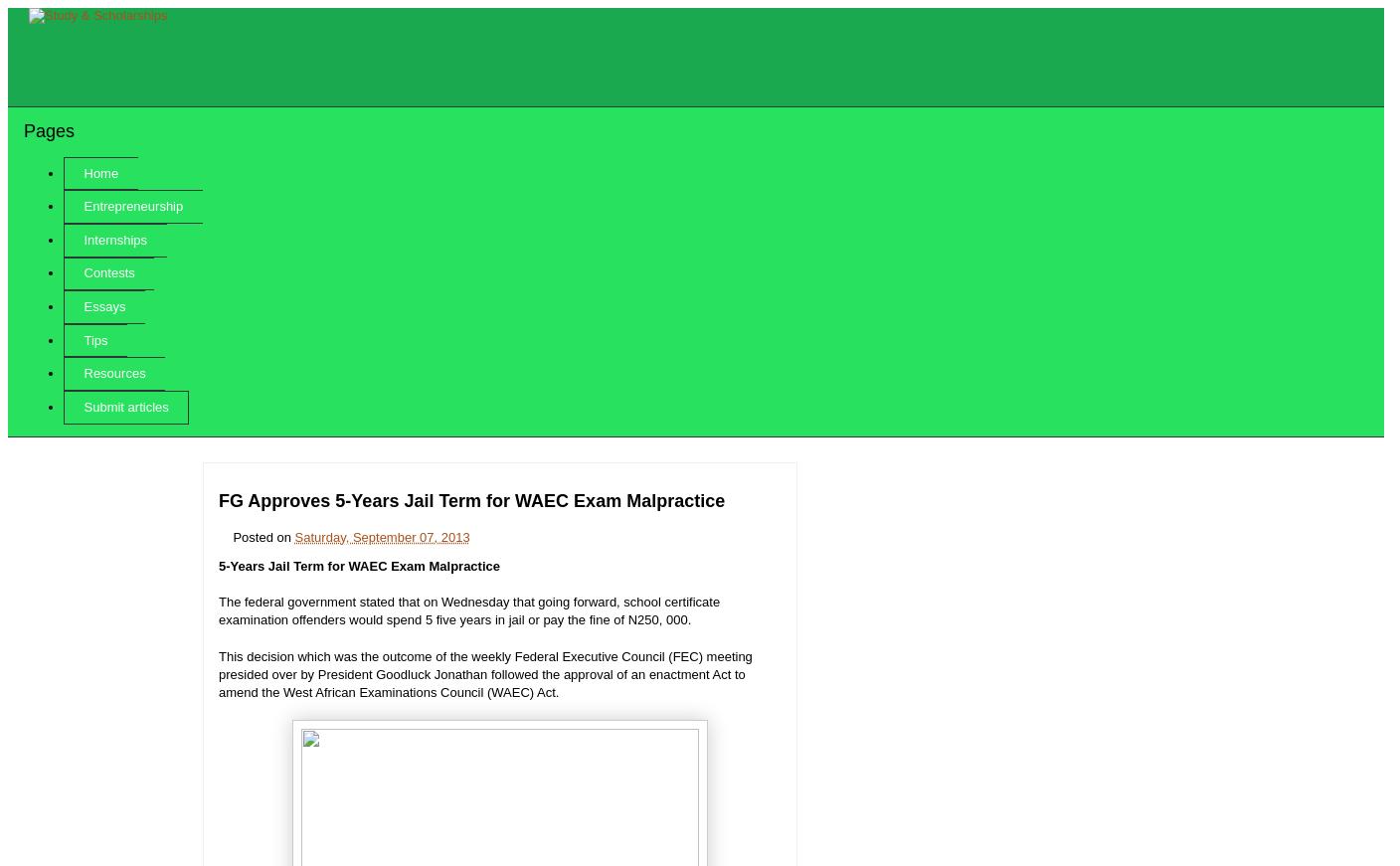  Describe the element at coordinates (48, 128) in the screenshot. I see `'Pages'` at that location.